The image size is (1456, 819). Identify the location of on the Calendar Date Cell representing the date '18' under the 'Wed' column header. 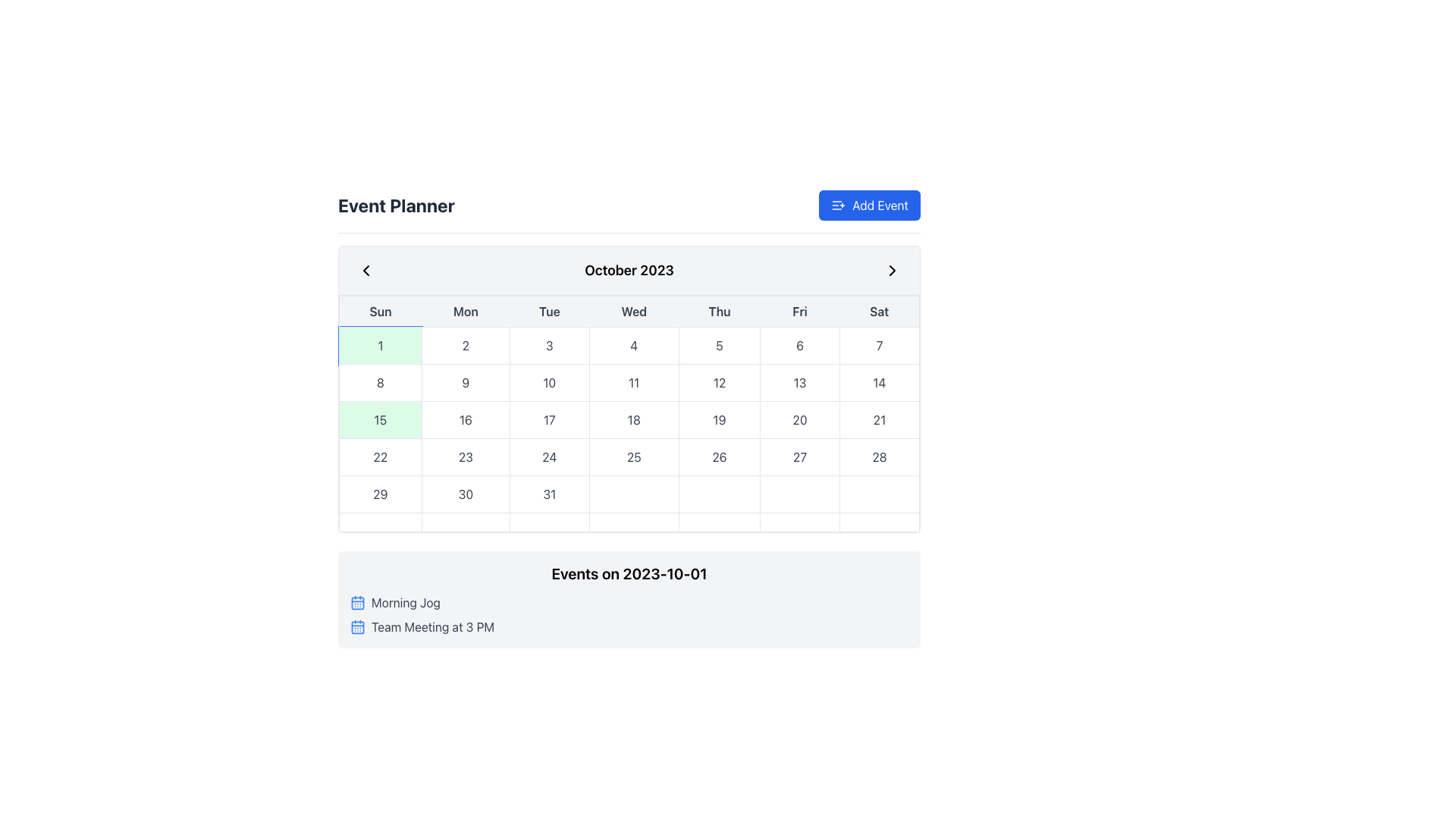
(629, 429).